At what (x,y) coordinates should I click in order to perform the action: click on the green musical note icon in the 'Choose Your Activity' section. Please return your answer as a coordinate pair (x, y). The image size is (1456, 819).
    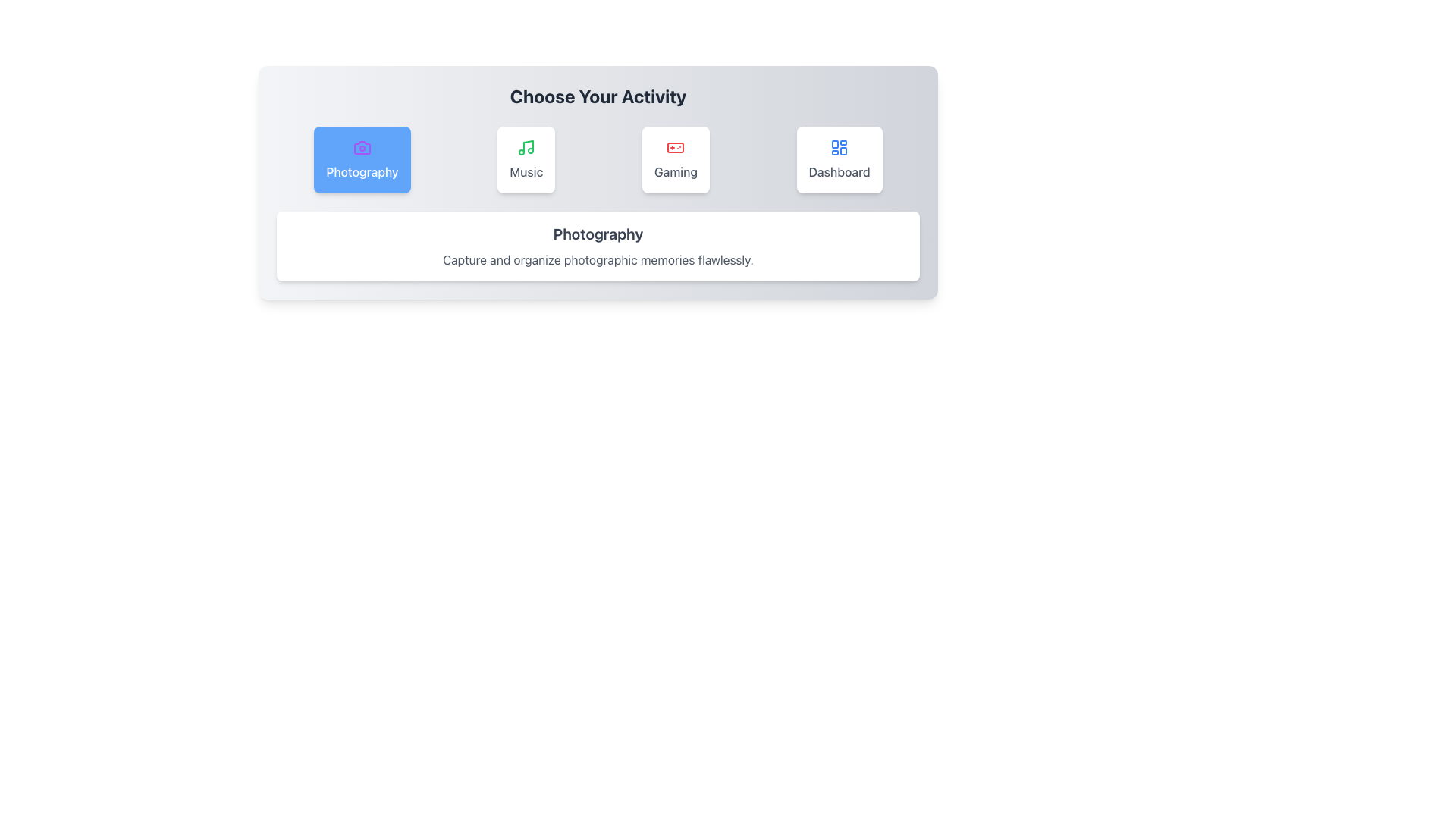
    Looking at the image, I should click on (526, 148).